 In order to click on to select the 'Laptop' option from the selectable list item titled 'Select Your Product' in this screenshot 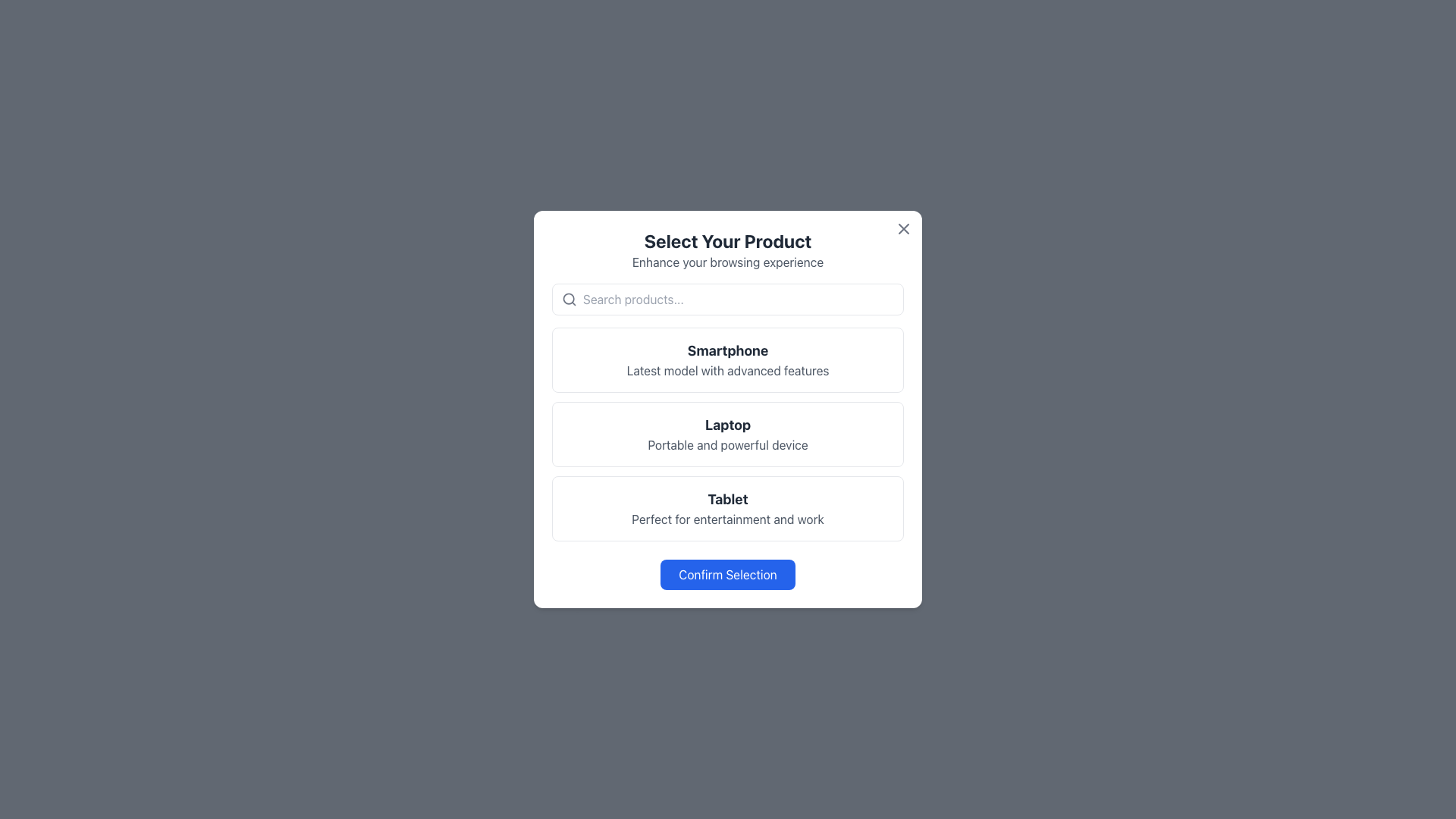, I will do `click(728, 409)`.